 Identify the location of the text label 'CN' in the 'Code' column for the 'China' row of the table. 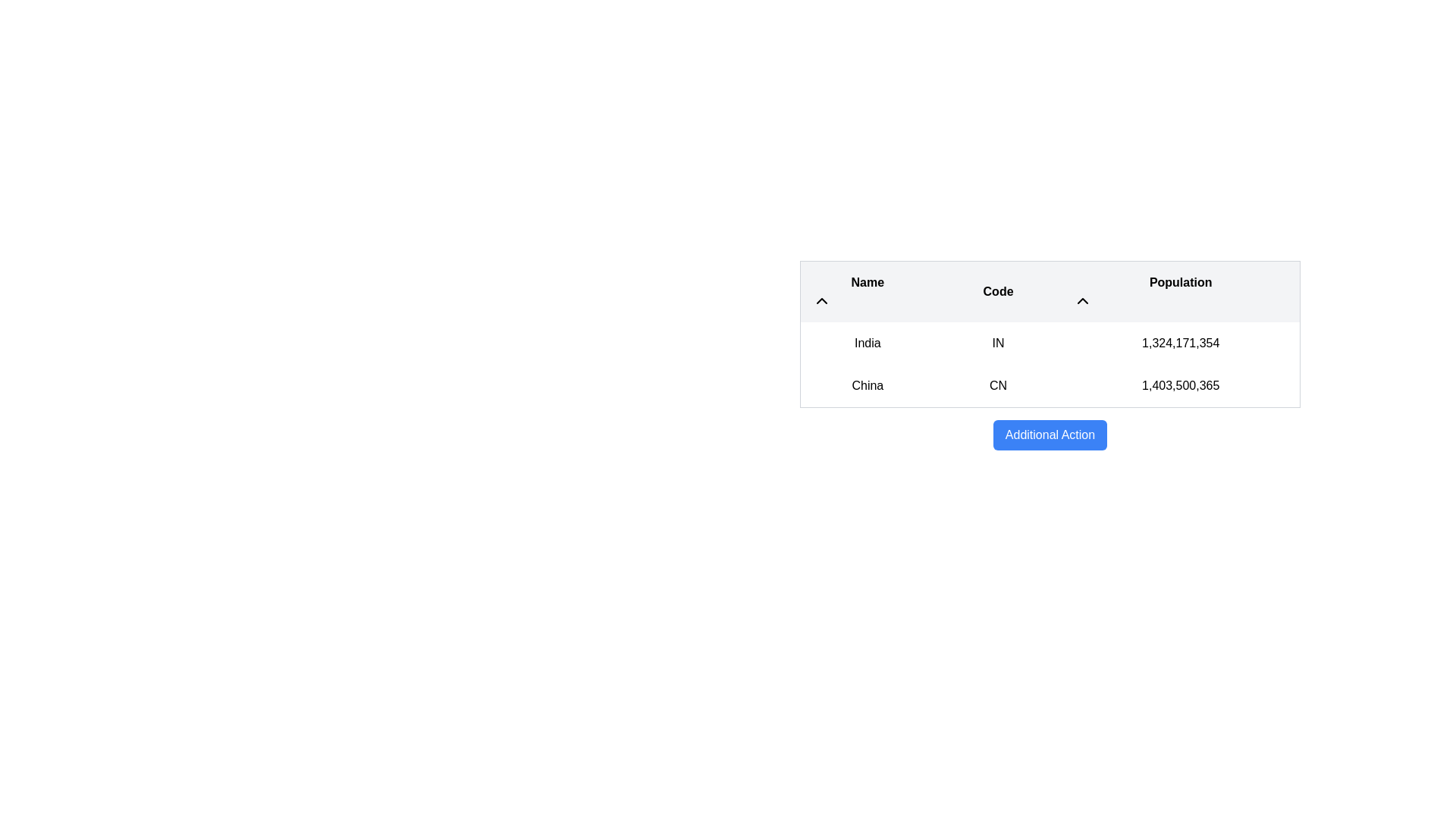
(998, 385).